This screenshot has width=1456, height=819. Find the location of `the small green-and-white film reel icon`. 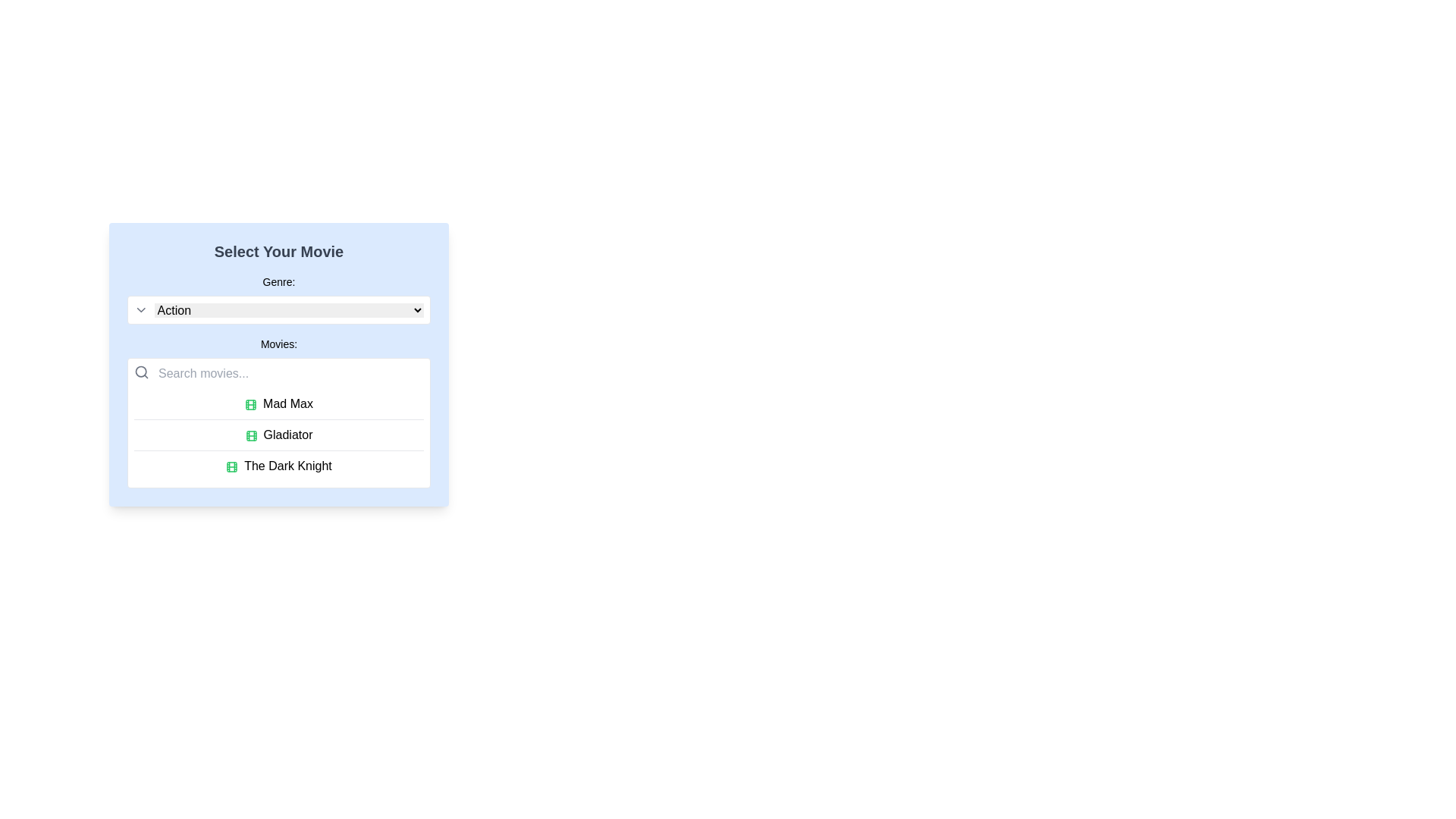

the small green-and-white film reel icon is located at coordinates (231, 466).